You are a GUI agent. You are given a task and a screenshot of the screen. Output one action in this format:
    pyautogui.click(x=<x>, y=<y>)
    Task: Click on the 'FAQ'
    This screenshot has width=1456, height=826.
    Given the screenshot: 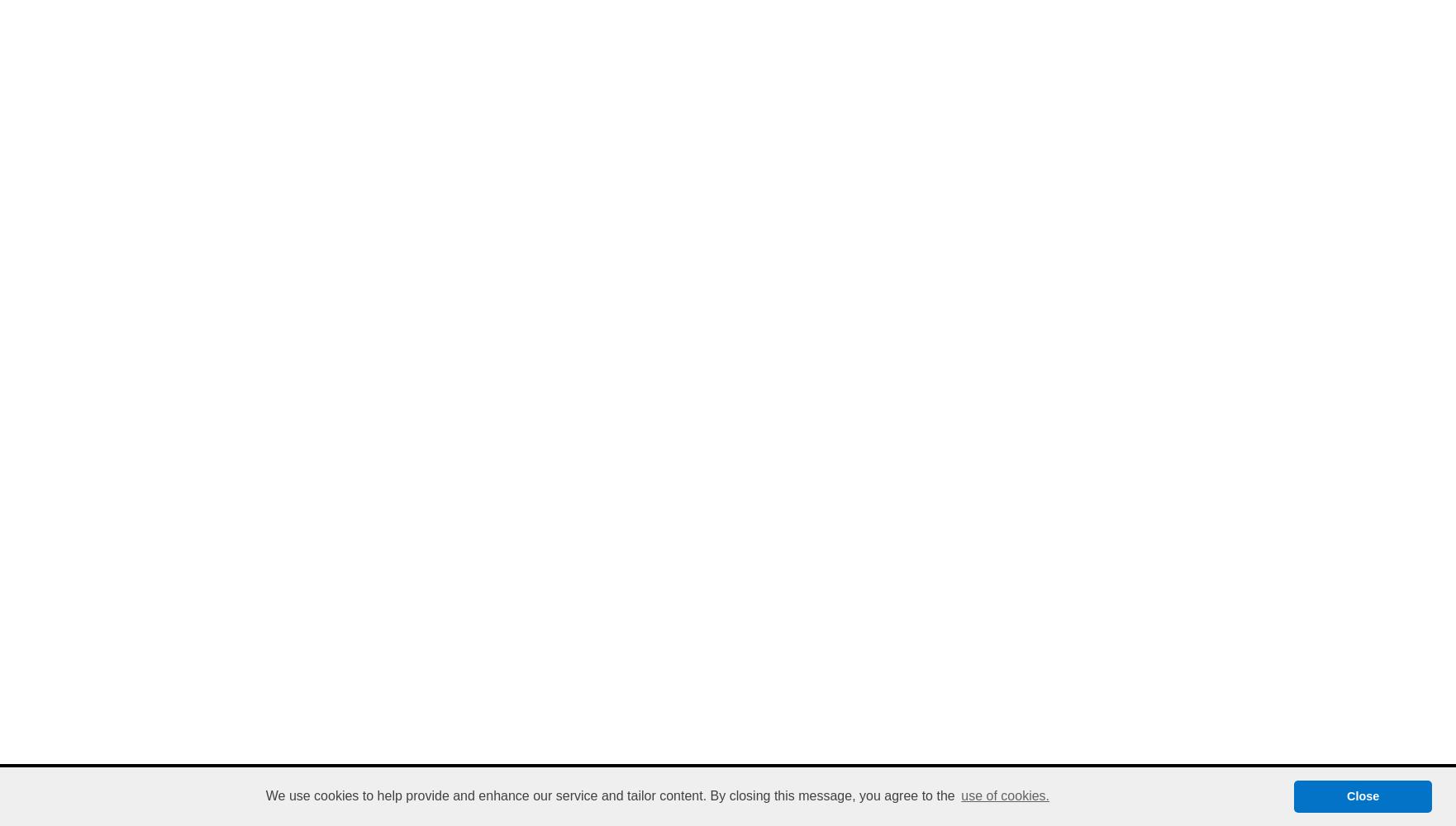 What is the action you would take?
    pyautogui.click(x=651, y=784)
    